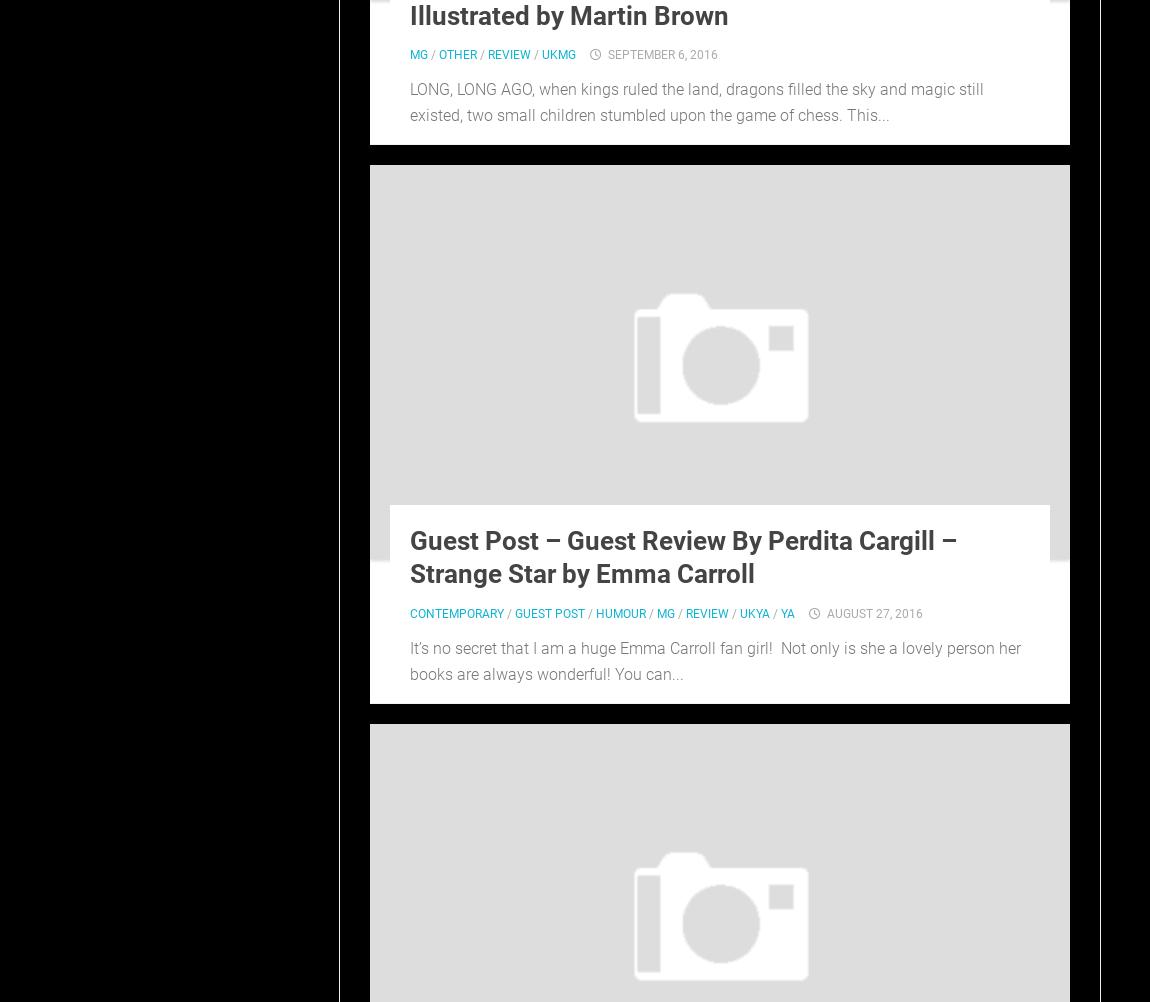  I want to click on 'August 27, 2016', so click(875, 613).